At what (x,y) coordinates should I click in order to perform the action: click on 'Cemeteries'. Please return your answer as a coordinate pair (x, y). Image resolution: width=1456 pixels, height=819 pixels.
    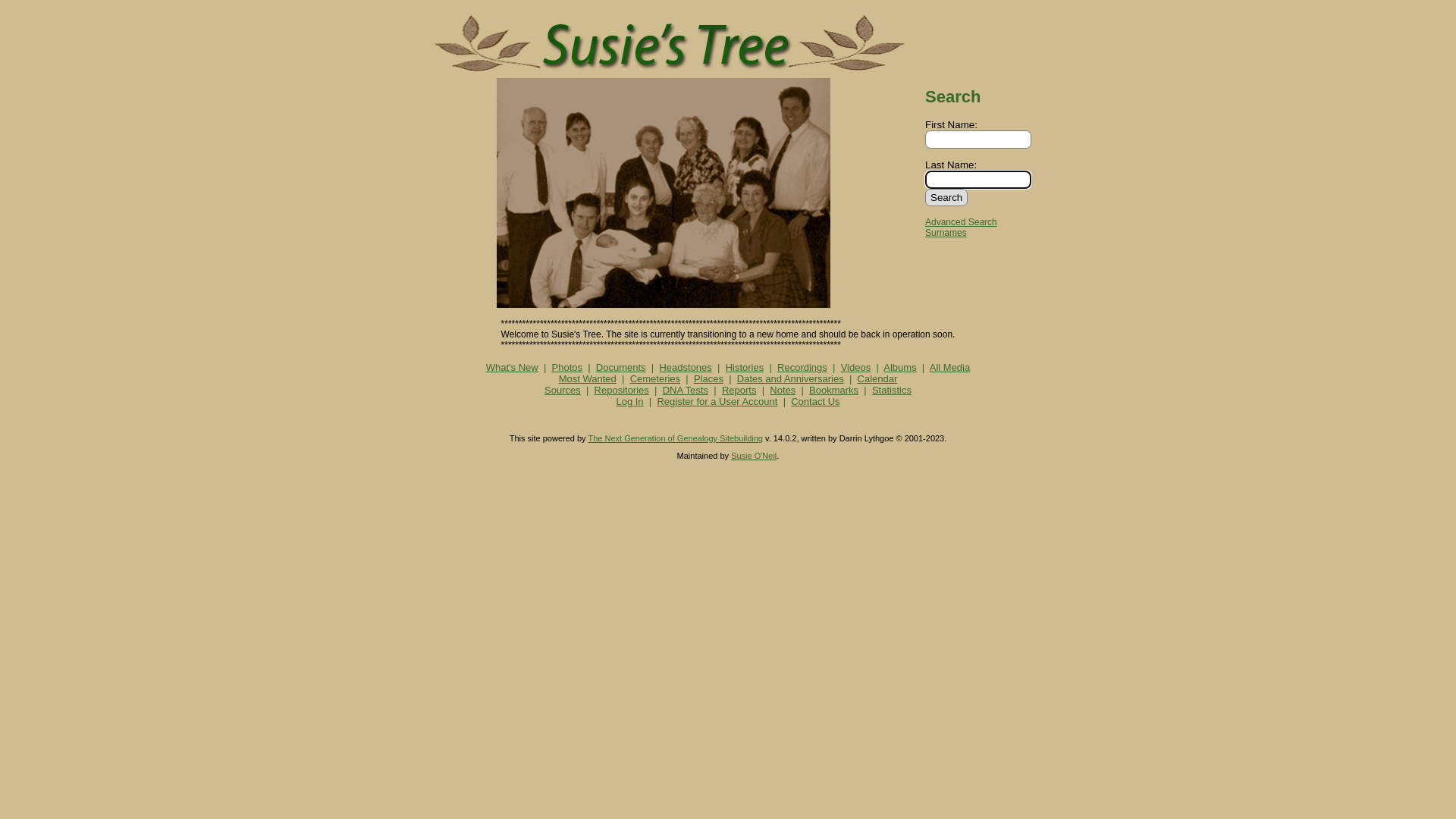
    Looking at the image, I should click on (629, 378).